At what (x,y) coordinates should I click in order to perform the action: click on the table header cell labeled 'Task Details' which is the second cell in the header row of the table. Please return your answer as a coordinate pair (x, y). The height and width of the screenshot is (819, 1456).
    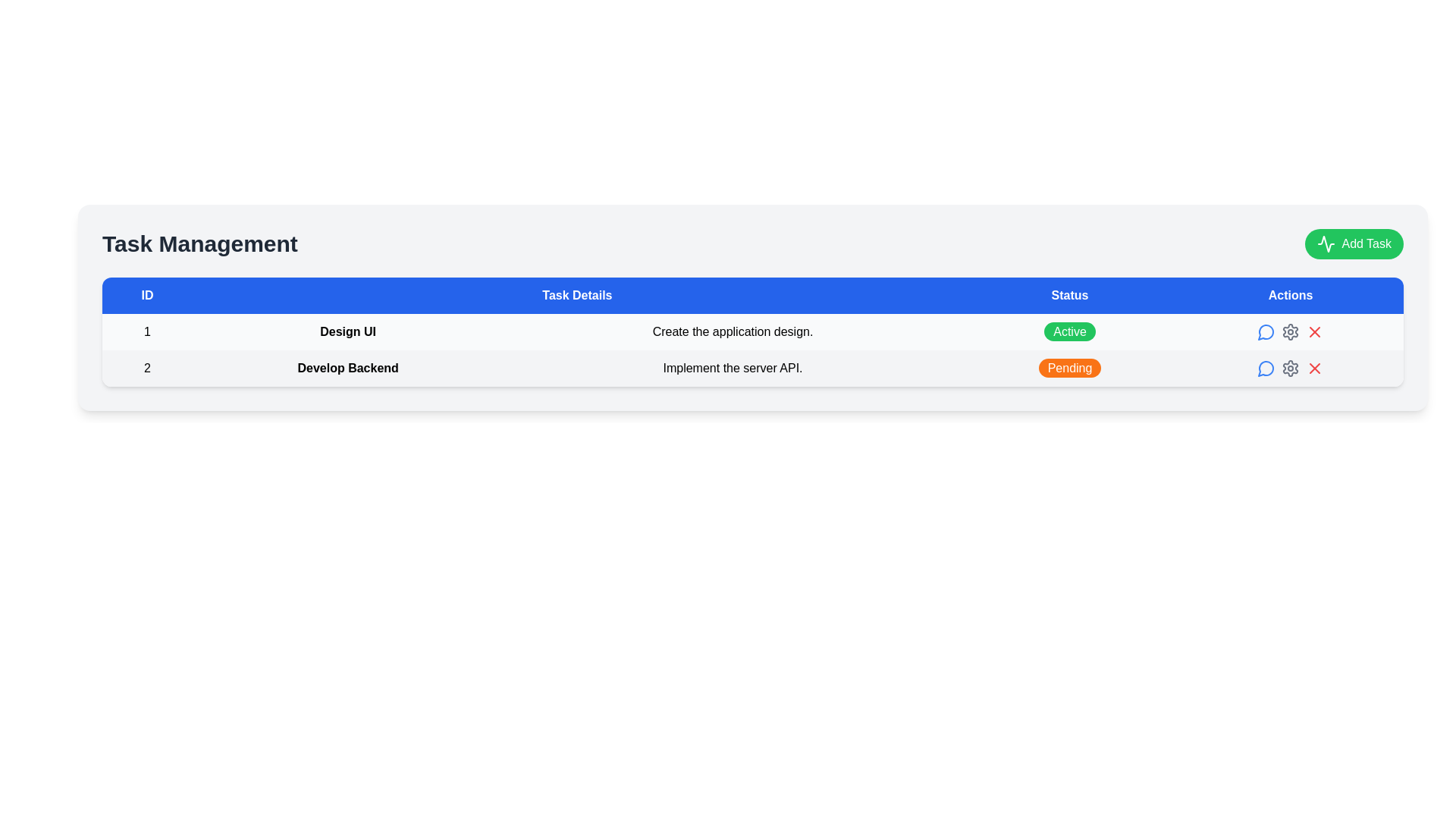
    Looking at the image, I should click on (576, 295).